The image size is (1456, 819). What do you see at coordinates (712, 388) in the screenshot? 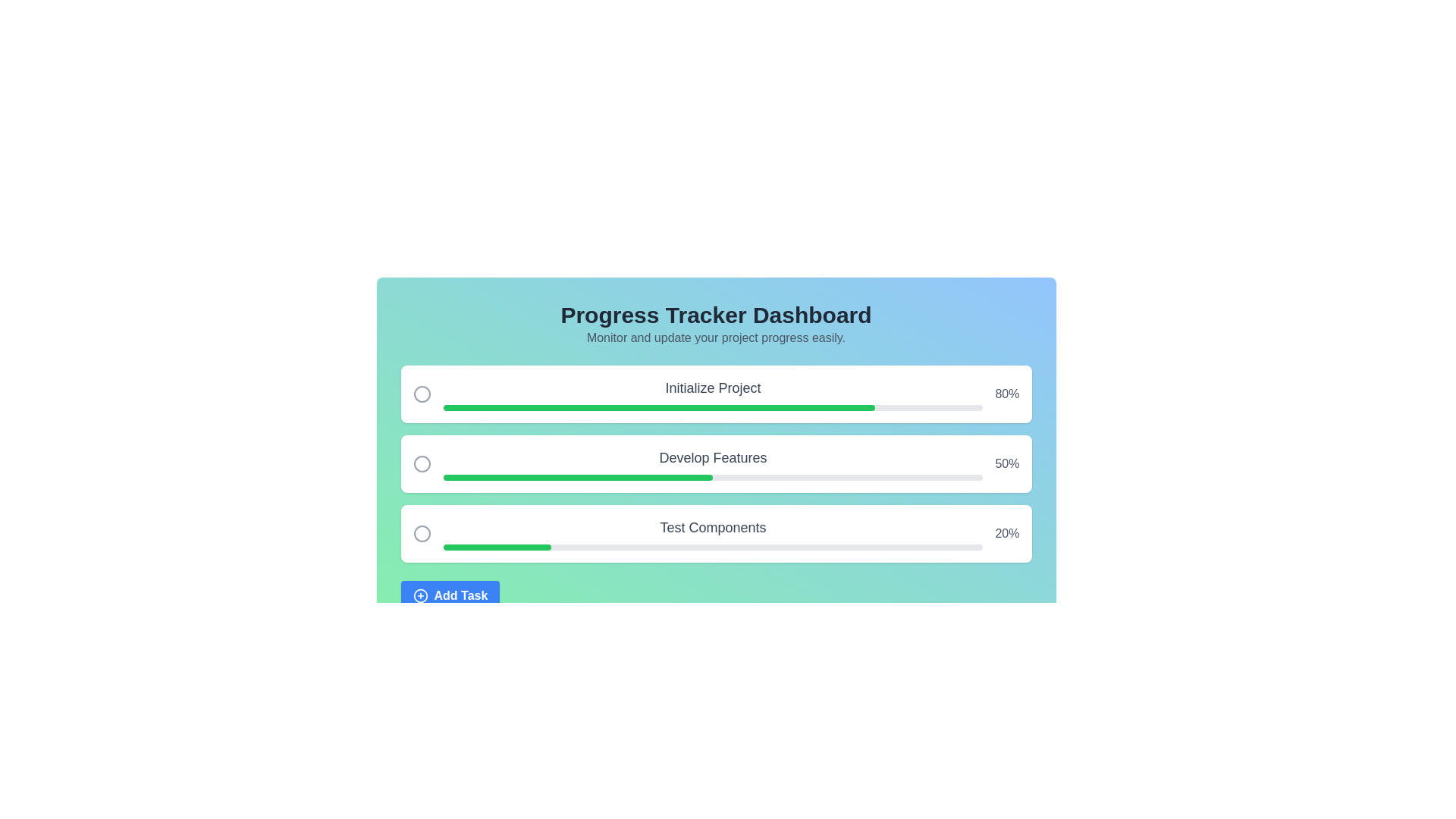
I see `the first text label for the project initialization task, which serves as a title above the progress bar` at bounding box center [712, 388].